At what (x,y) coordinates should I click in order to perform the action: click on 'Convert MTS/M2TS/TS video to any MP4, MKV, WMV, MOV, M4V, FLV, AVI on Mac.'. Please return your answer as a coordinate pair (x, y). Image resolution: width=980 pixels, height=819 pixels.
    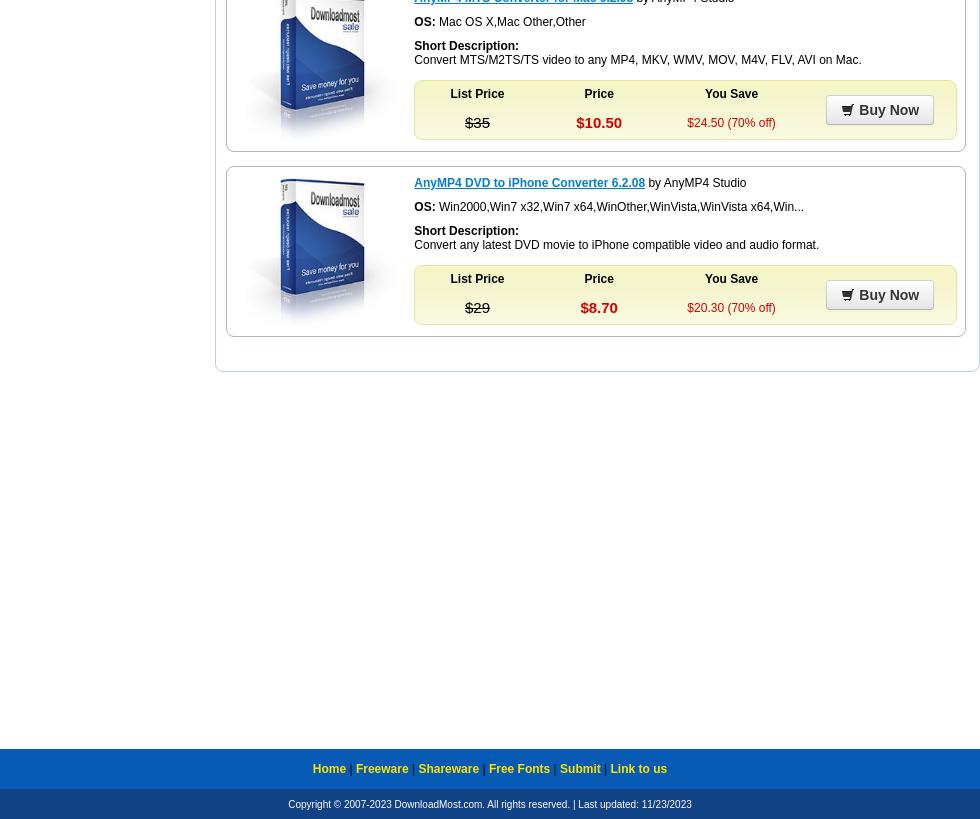
    Looking at the image, I should click on (637, 57).